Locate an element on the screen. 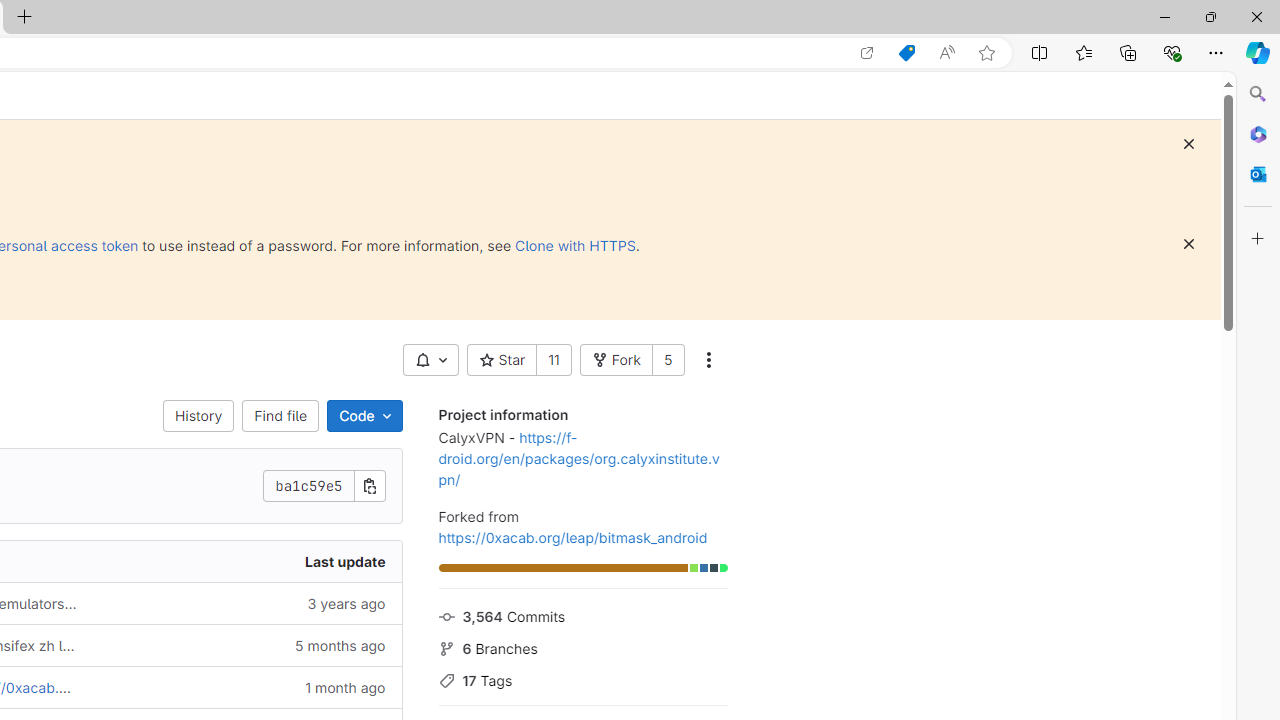 The height and width of the screenshot is (720, 1280). 'Find file' is located at coordinates (279, 415).